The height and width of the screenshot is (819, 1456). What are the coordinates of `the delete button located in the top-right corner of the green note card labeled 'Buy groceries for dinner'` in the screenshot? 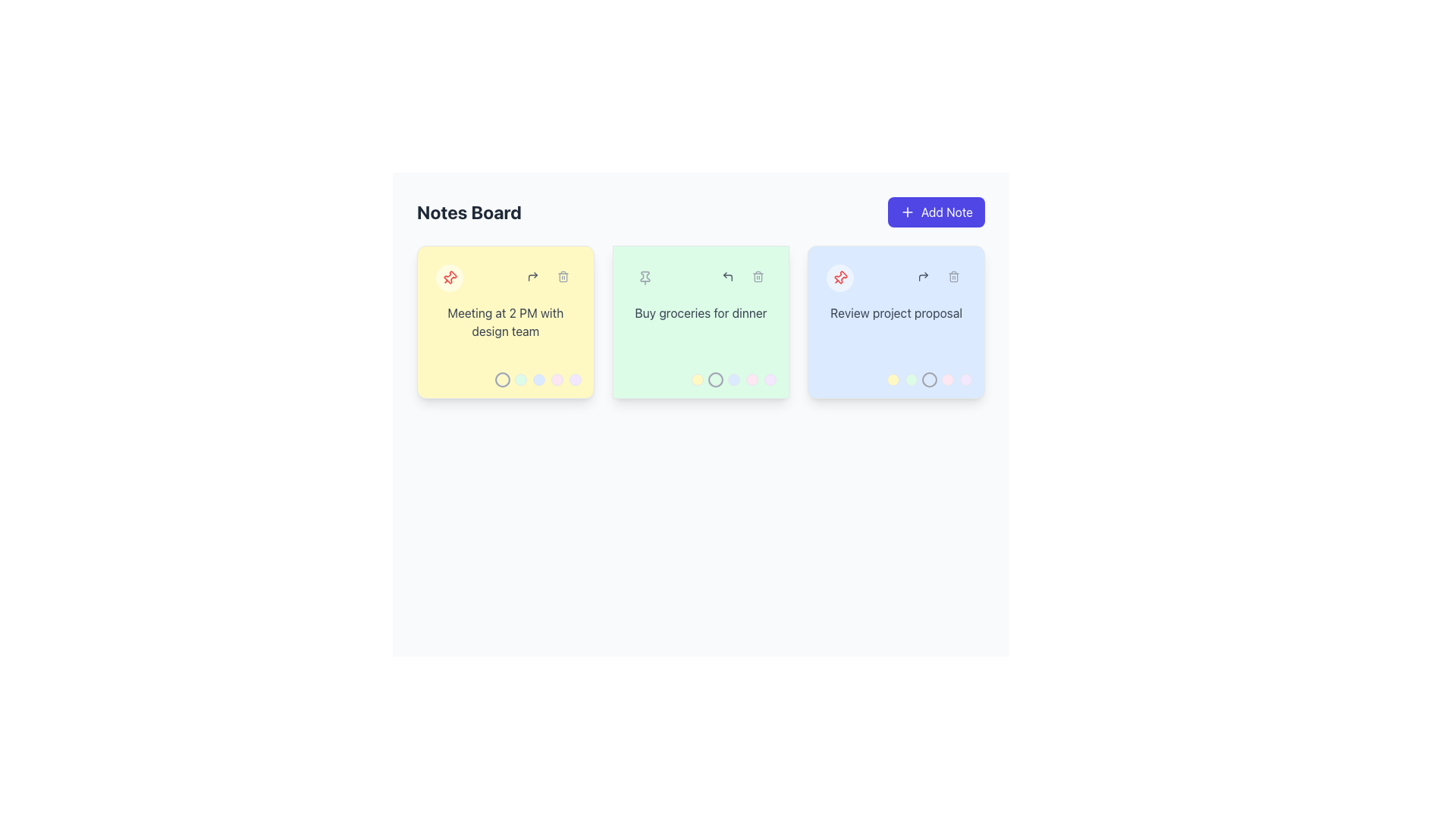 It's located at (758, 277).